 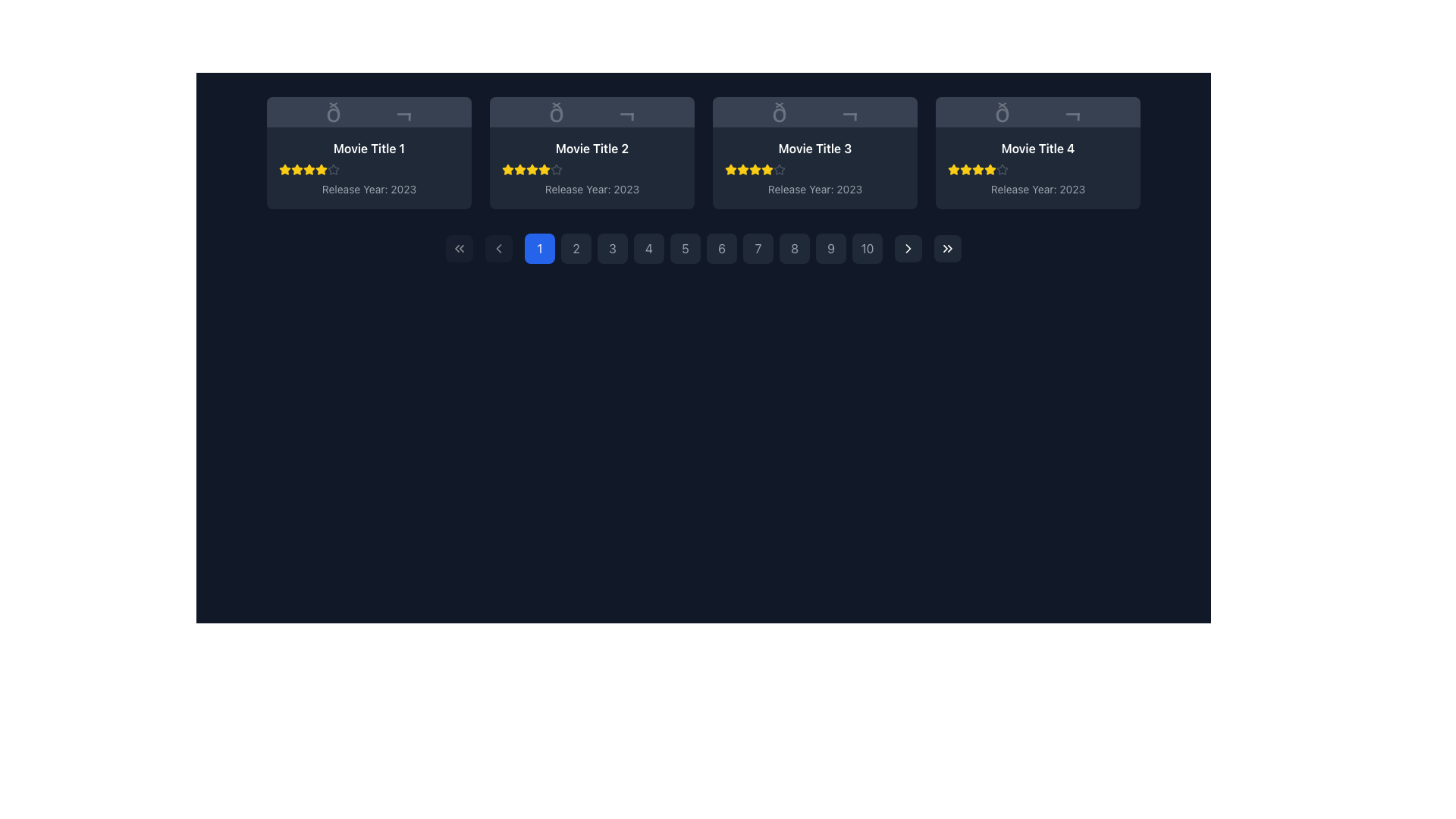 What do you see at coordinates (1037, 169) in the screenshot?
I see `the Rating indicator (stars) below the 'Movie Title 4'` at bounding box center [1037, 169].